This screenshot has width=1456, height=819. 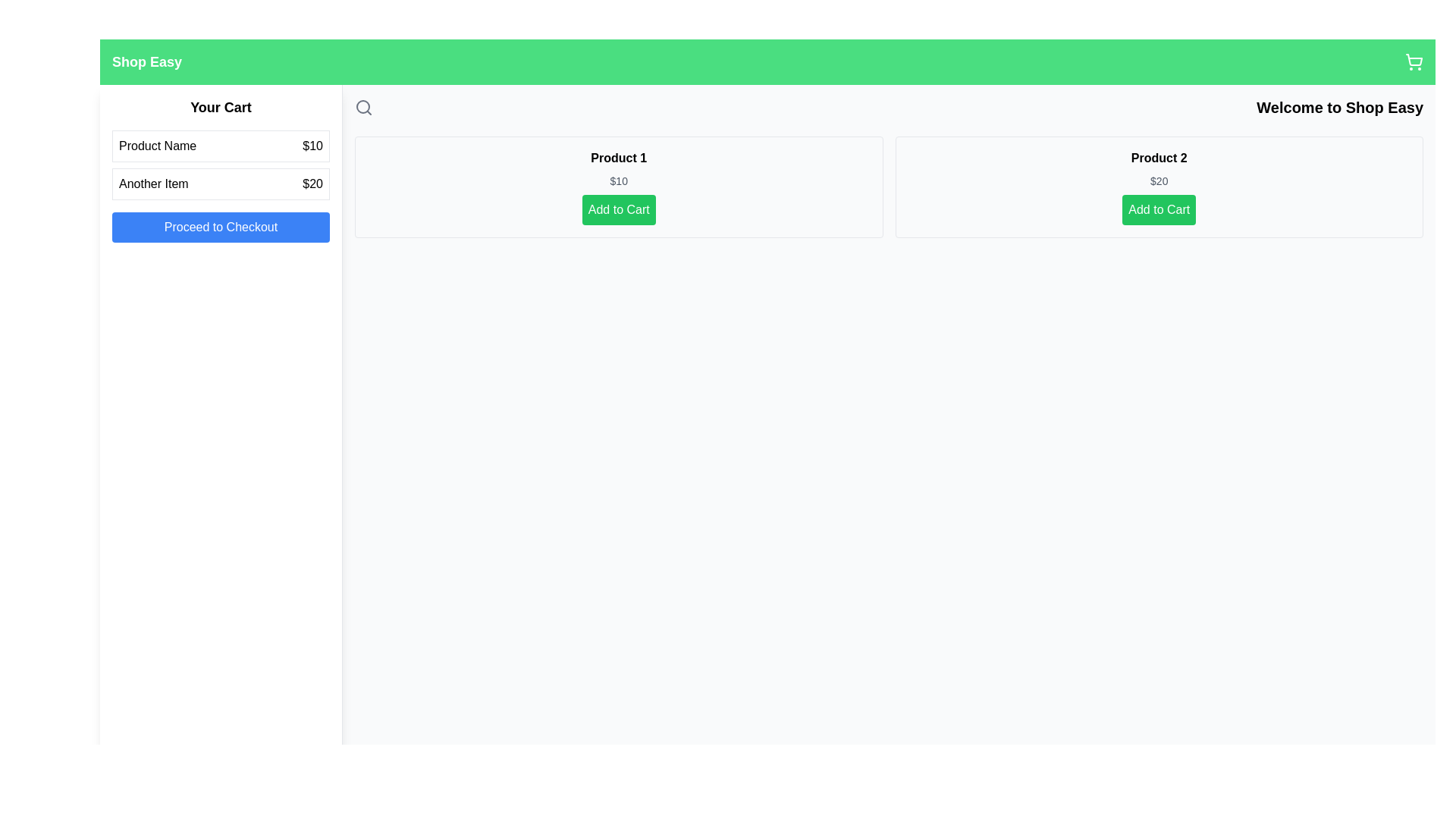 What do you see at coordinates (220, 227) in the screenshot?
I see `the button at the bottom of the 'Your Cart' sidebar` at bounding box center [220, 227].